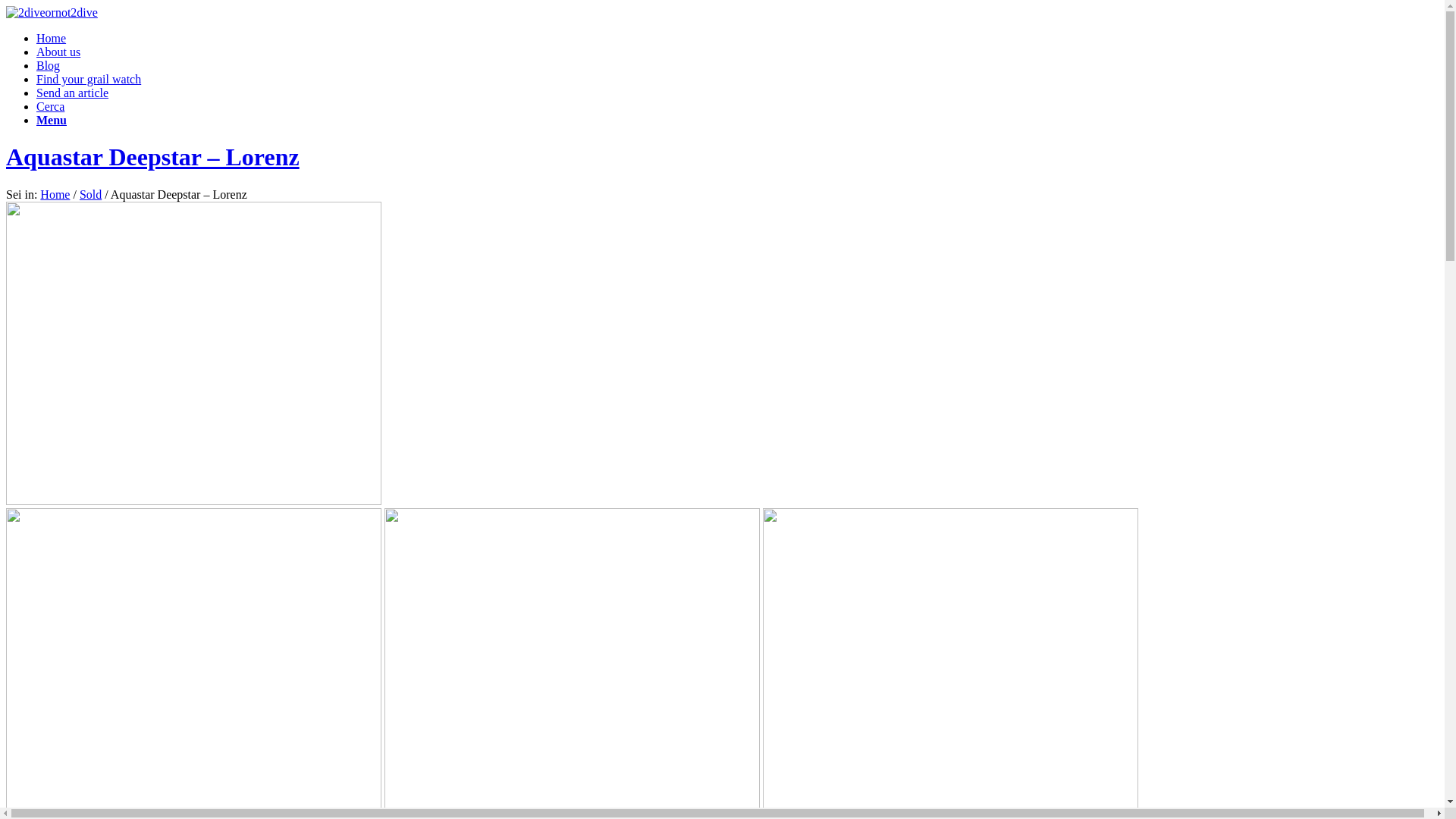 The image size is (1456, 819). What do you see at coordinates (48, 64) in the screenshot?
I see `'Blog'` at bounding box center [48, 64].